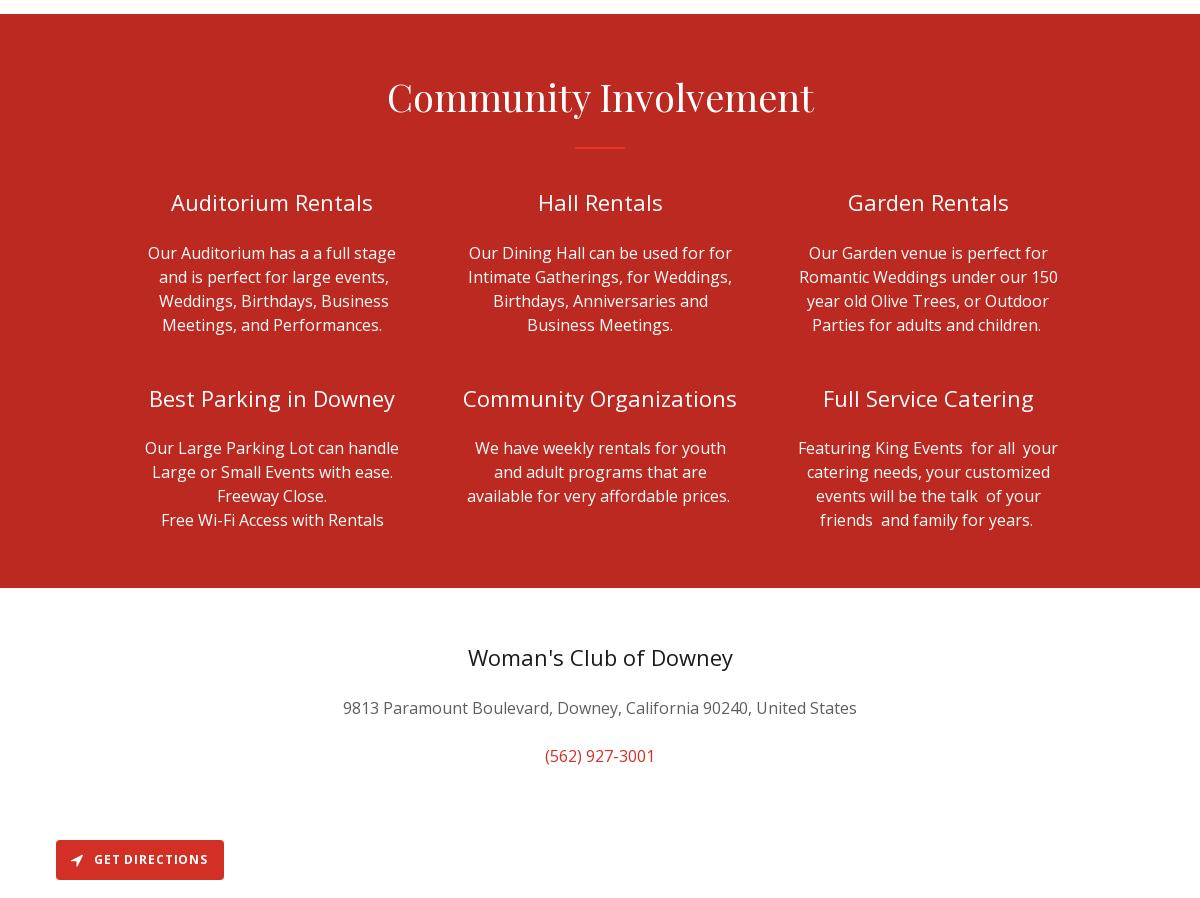 This screenshot has width=1200, height=898. I want to click on 'Community Involvement', so click(598, 94).